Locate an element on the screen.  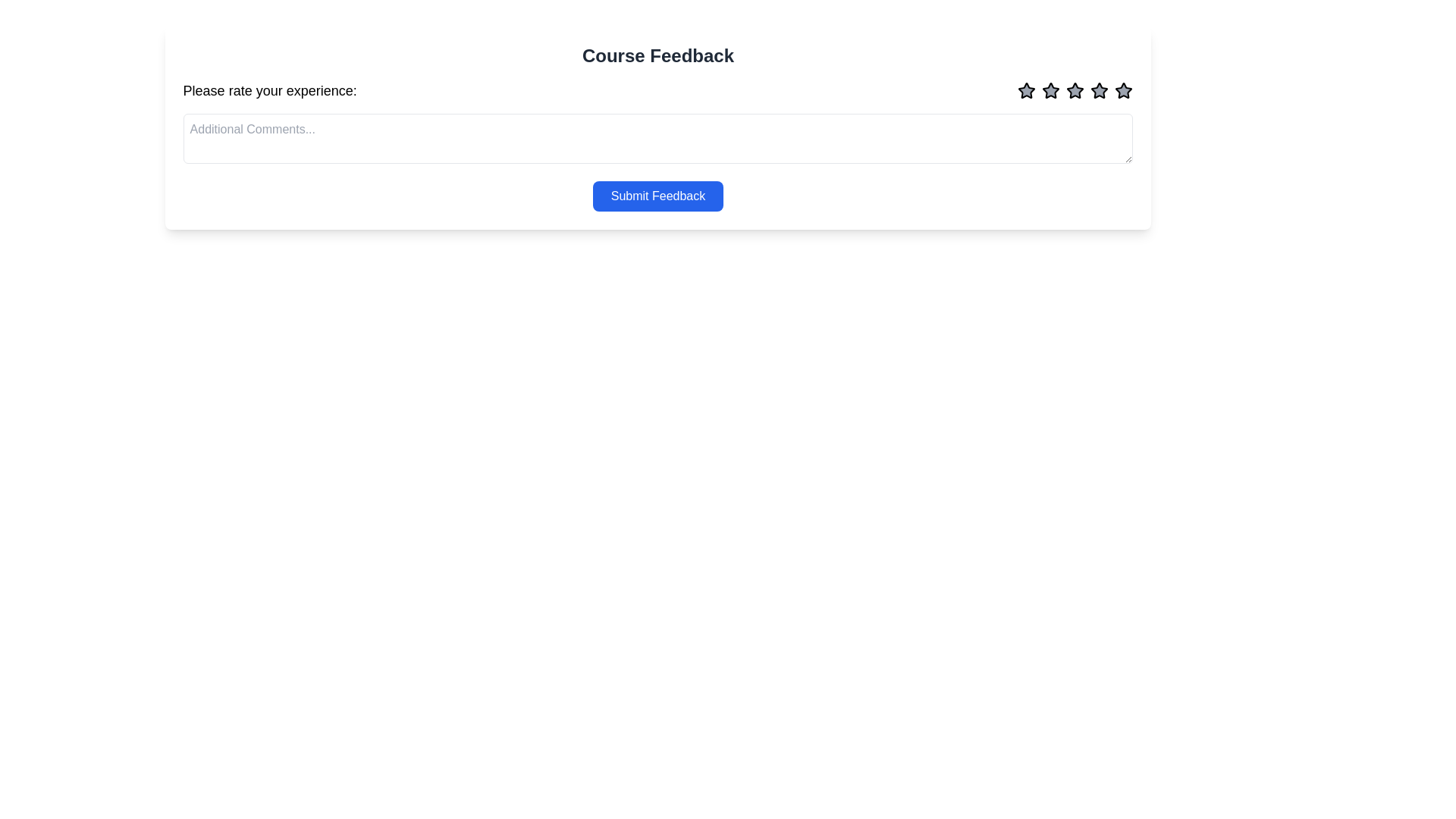
the first star icon in the rating system is located at coordinates (1027, 90).